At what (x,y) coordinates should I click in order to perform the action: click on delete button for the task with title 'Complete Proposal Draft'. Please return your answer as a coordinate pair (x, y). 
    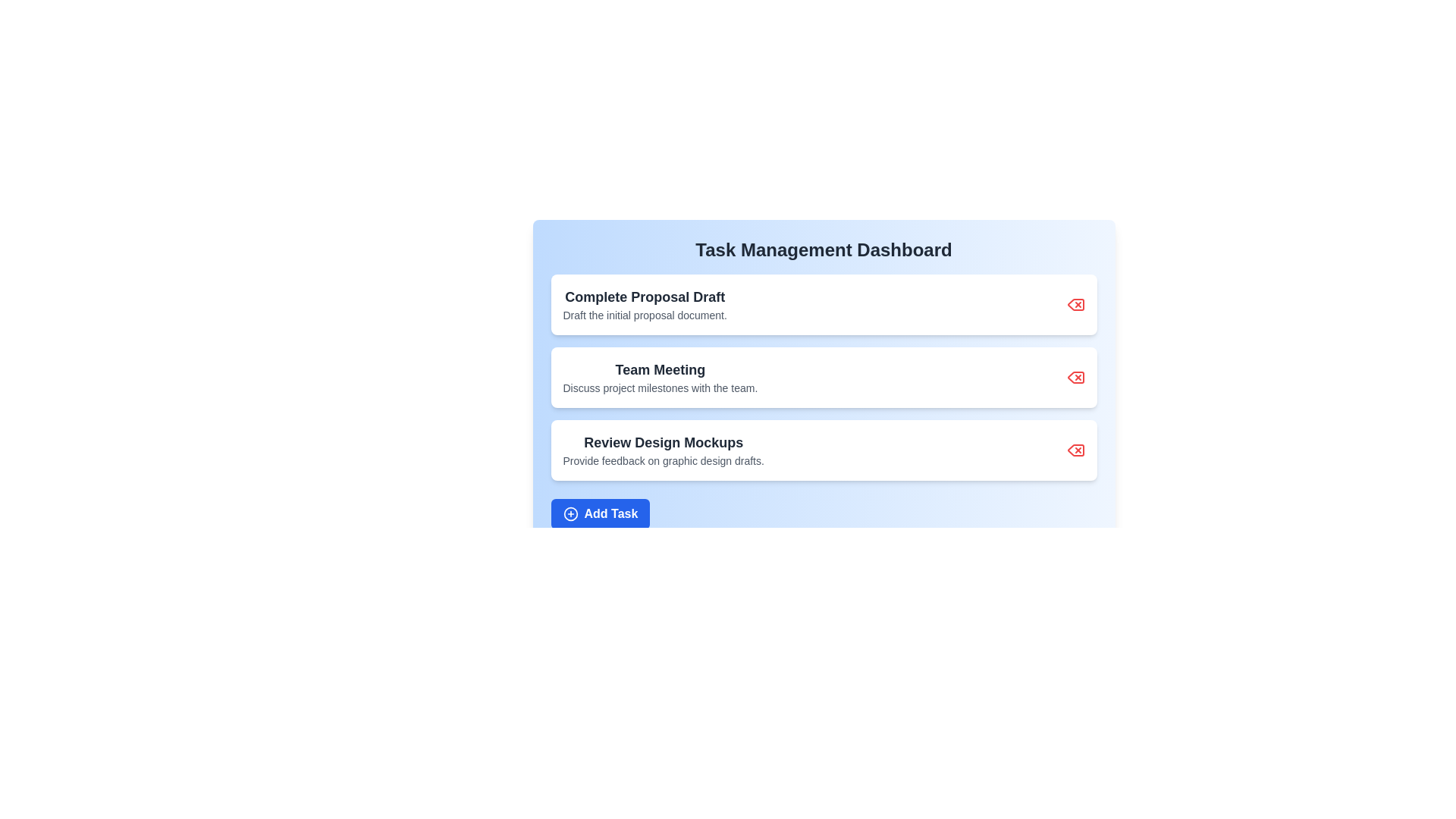
    Looking at the image, I should click on (1075, 304).